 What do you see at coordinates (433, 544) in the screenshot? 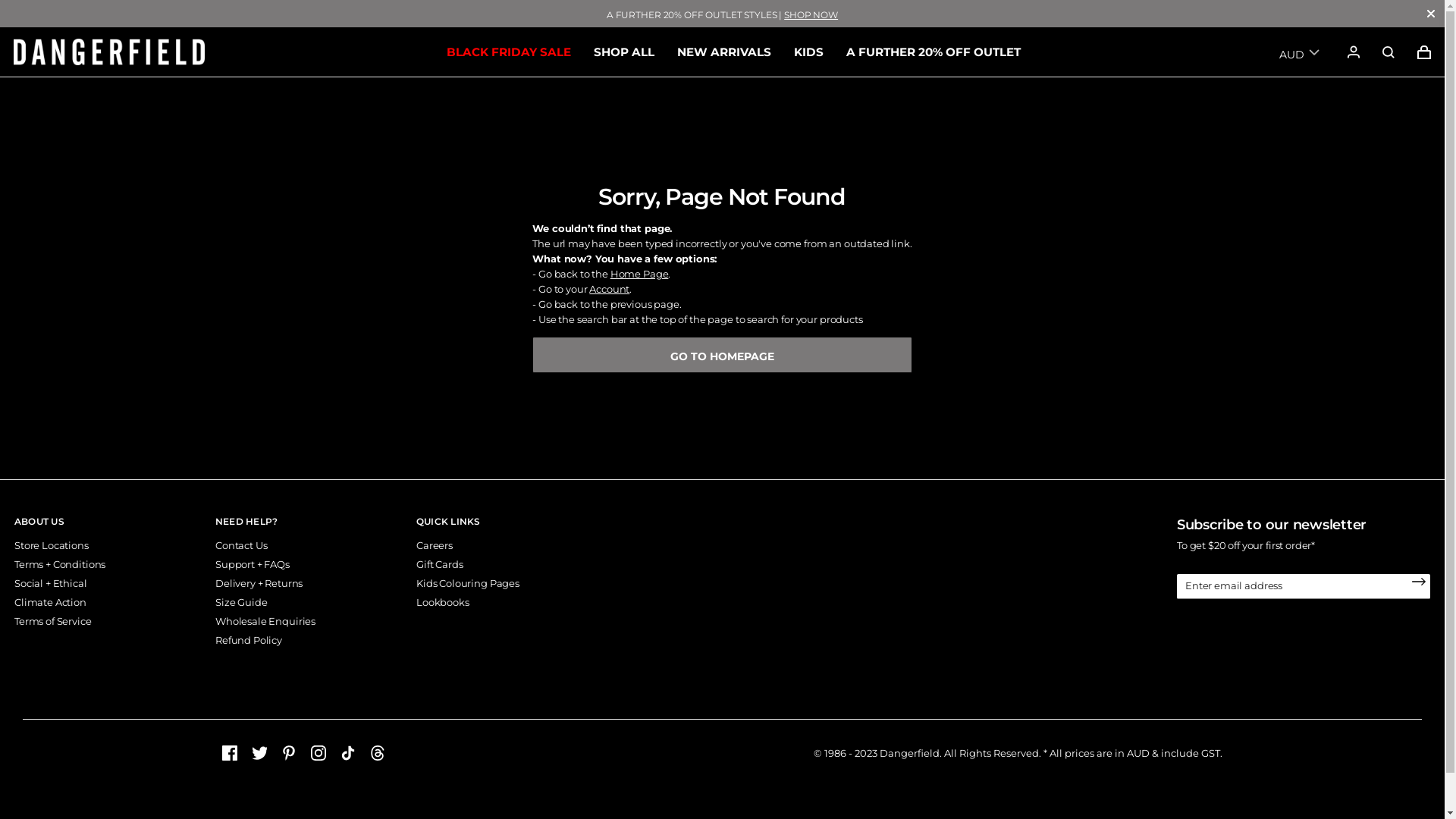
I see `'Careers'` at bounding box center [433, 544].